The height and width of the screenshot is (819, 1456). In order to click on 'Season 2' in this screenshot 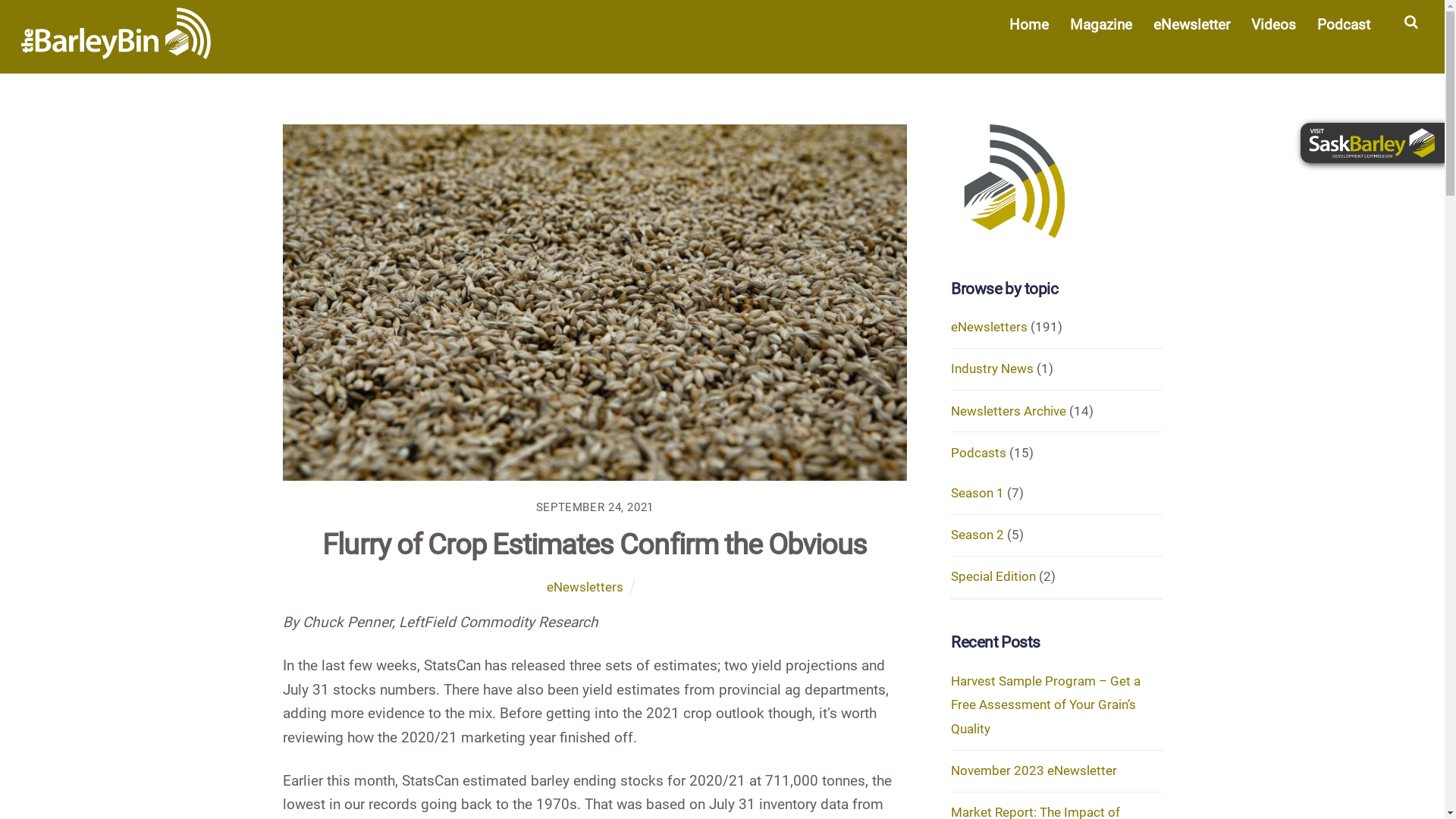, I will do `click(977, 534)`.